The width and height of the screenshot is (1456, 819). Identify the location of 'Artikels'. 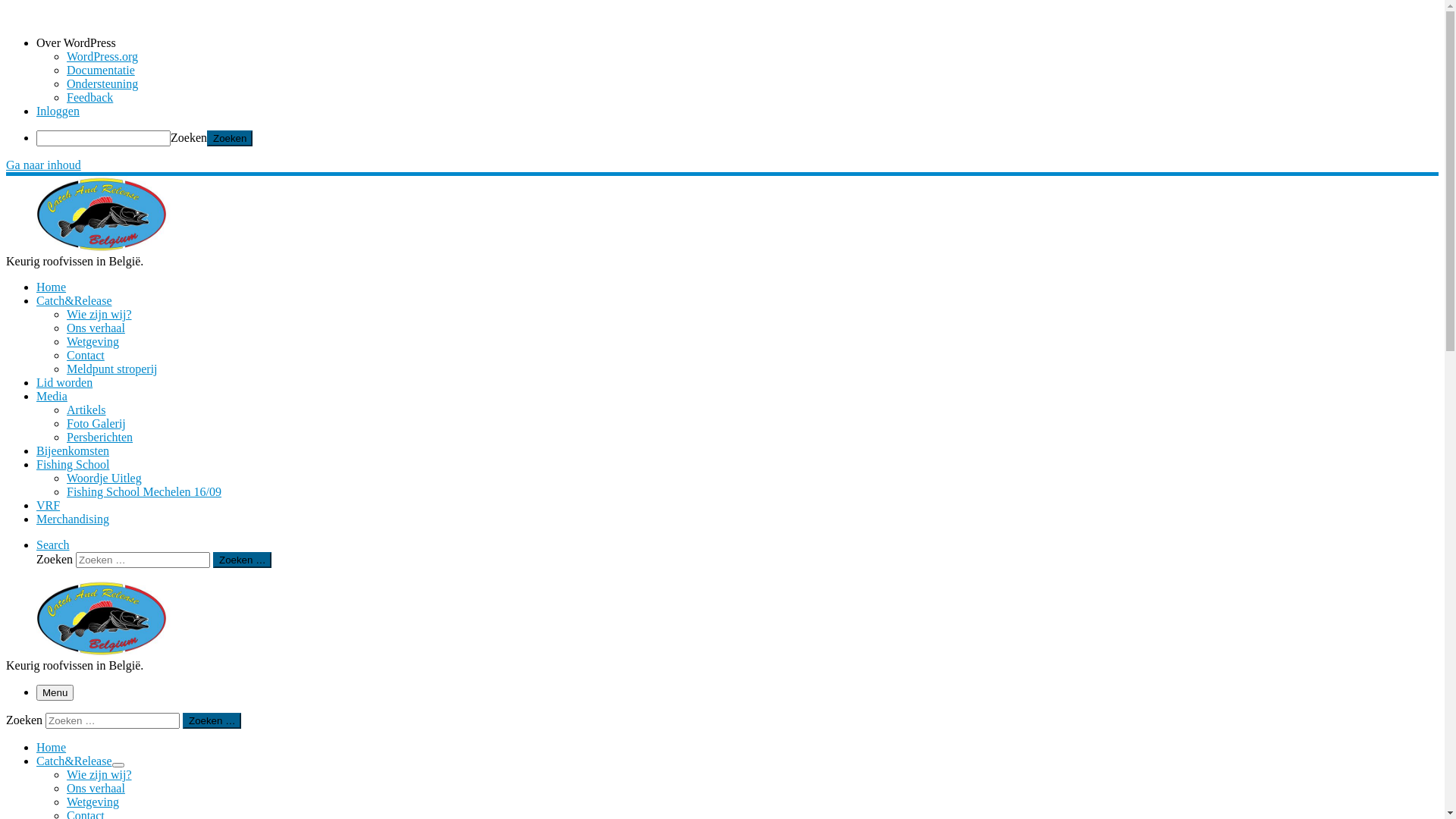
(86, 409).